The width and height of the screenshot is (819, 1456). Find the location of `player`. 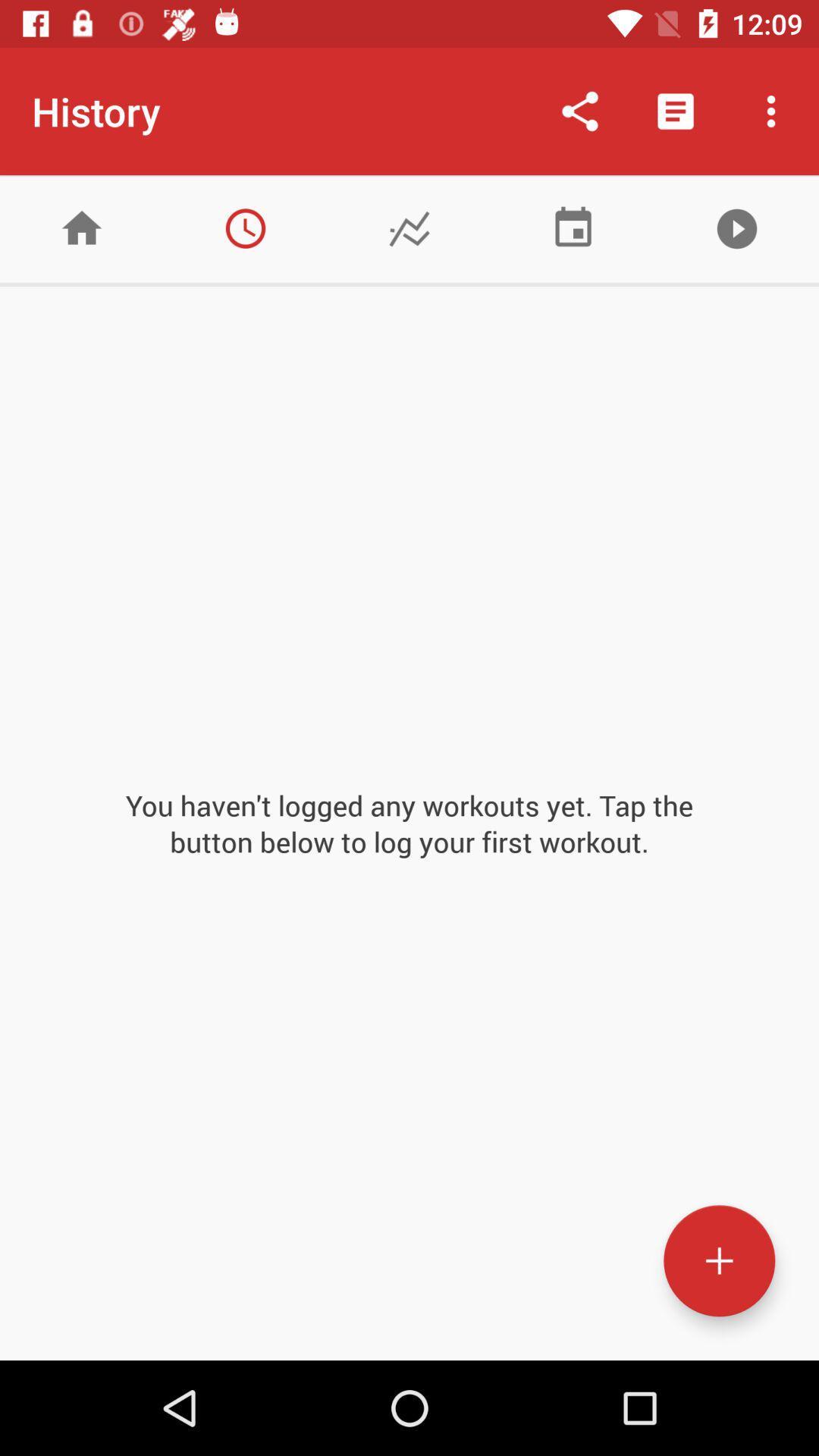

player is located at coordinates (736, 227).